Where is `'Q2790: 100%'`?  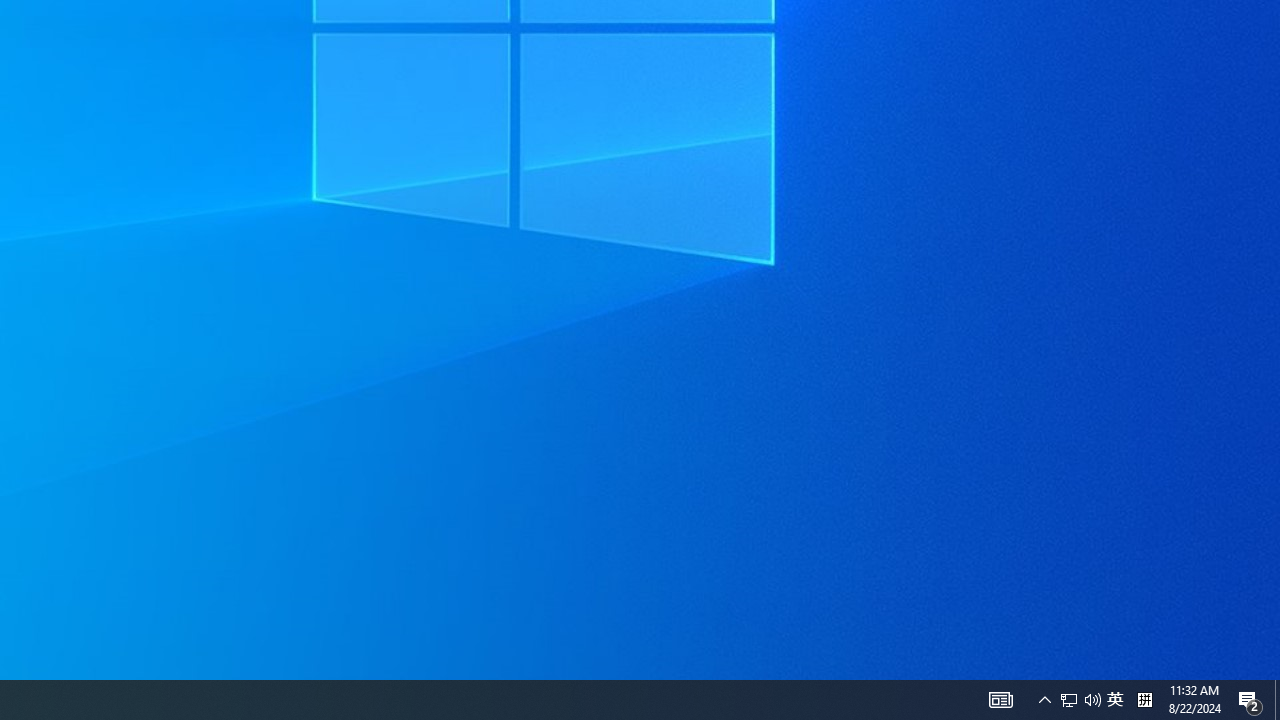
'Q2790: 100%' is located at coordinates (1092, 698).